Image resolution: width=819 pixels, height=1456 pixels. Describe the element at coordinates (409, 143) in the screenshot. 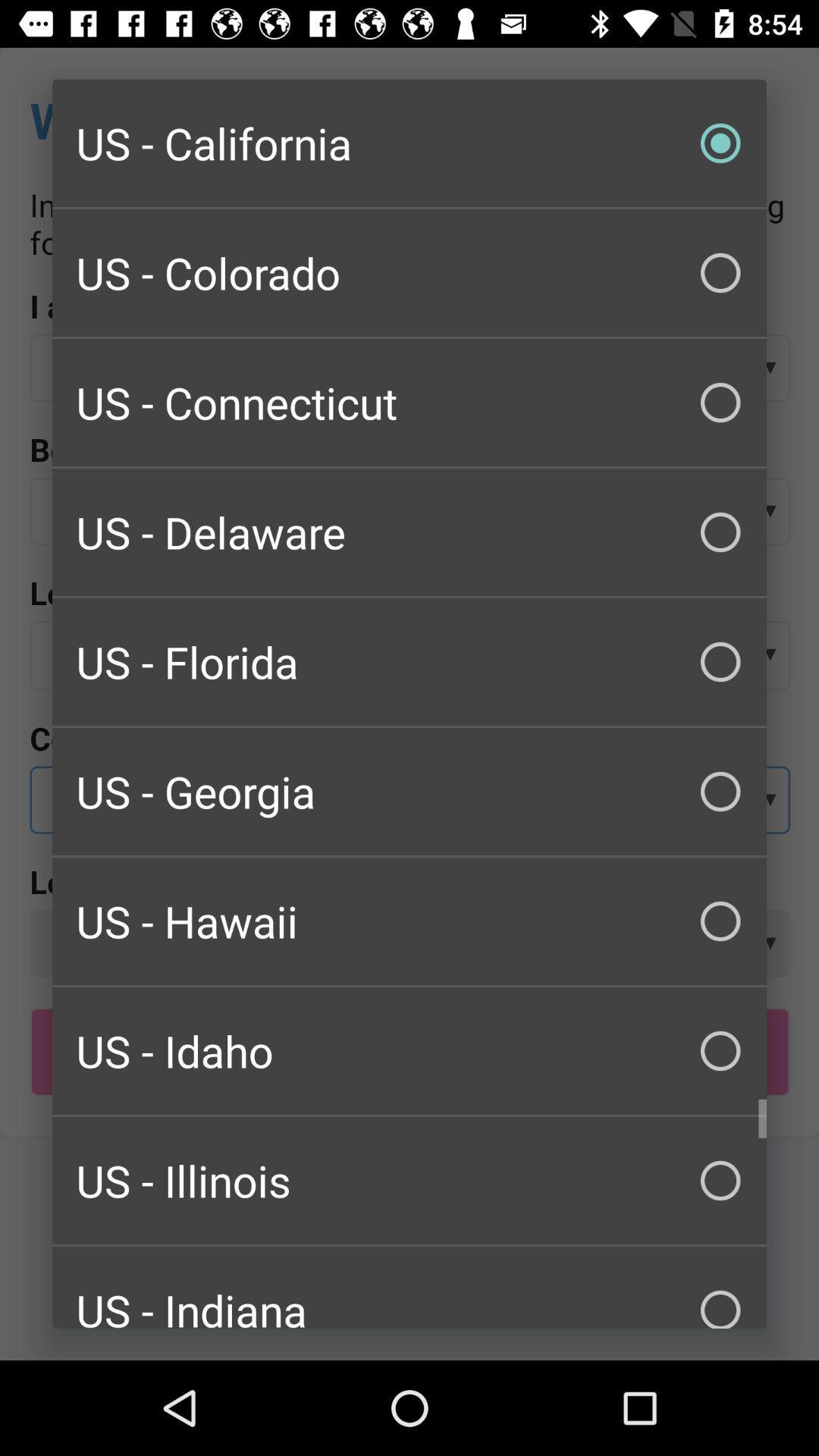

I see `the us - california checkbox` at that location.